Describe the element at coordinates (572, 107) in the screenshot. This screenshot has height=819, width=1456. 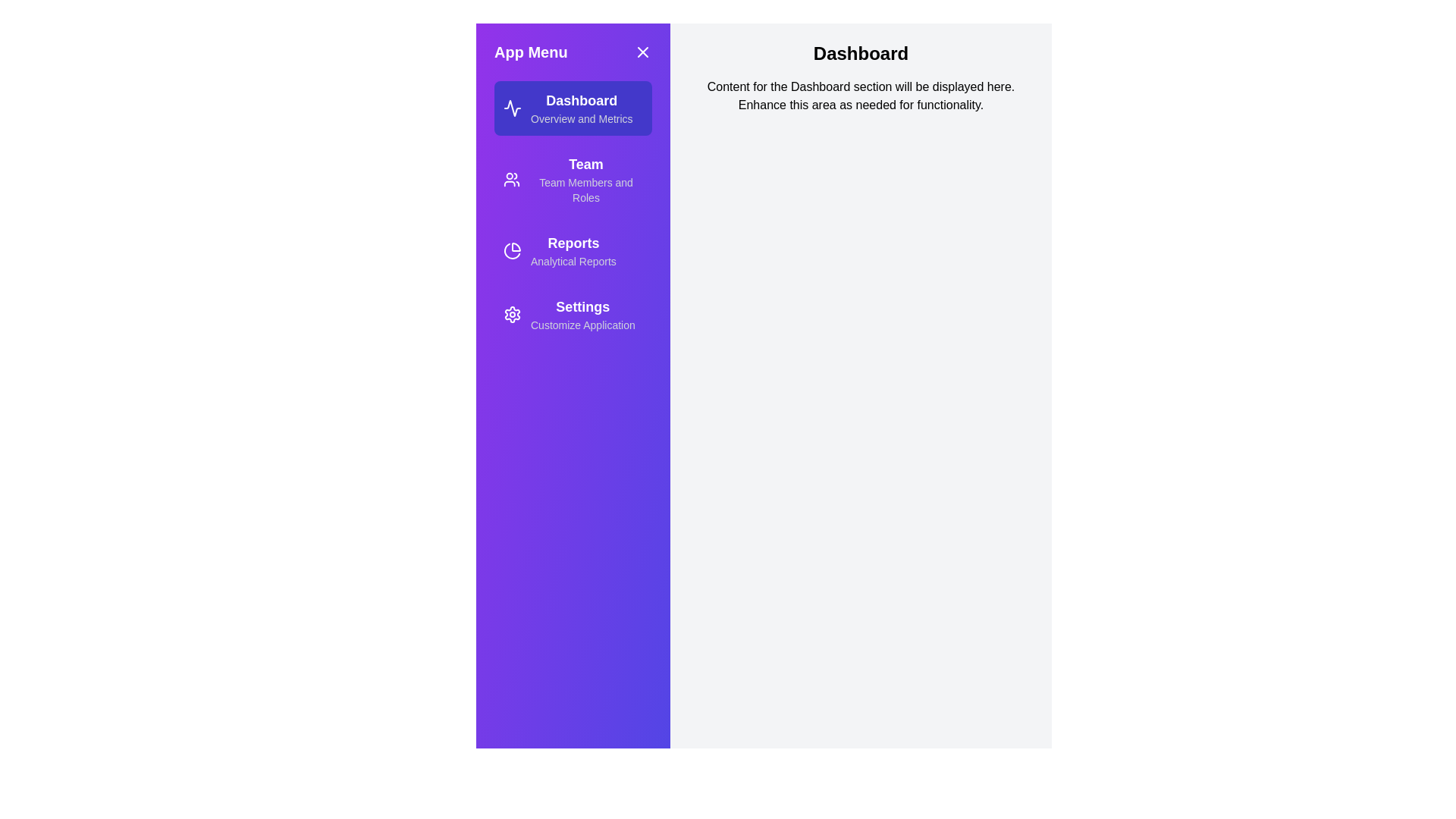
I see `the section Dashboard from the menu` at that location.